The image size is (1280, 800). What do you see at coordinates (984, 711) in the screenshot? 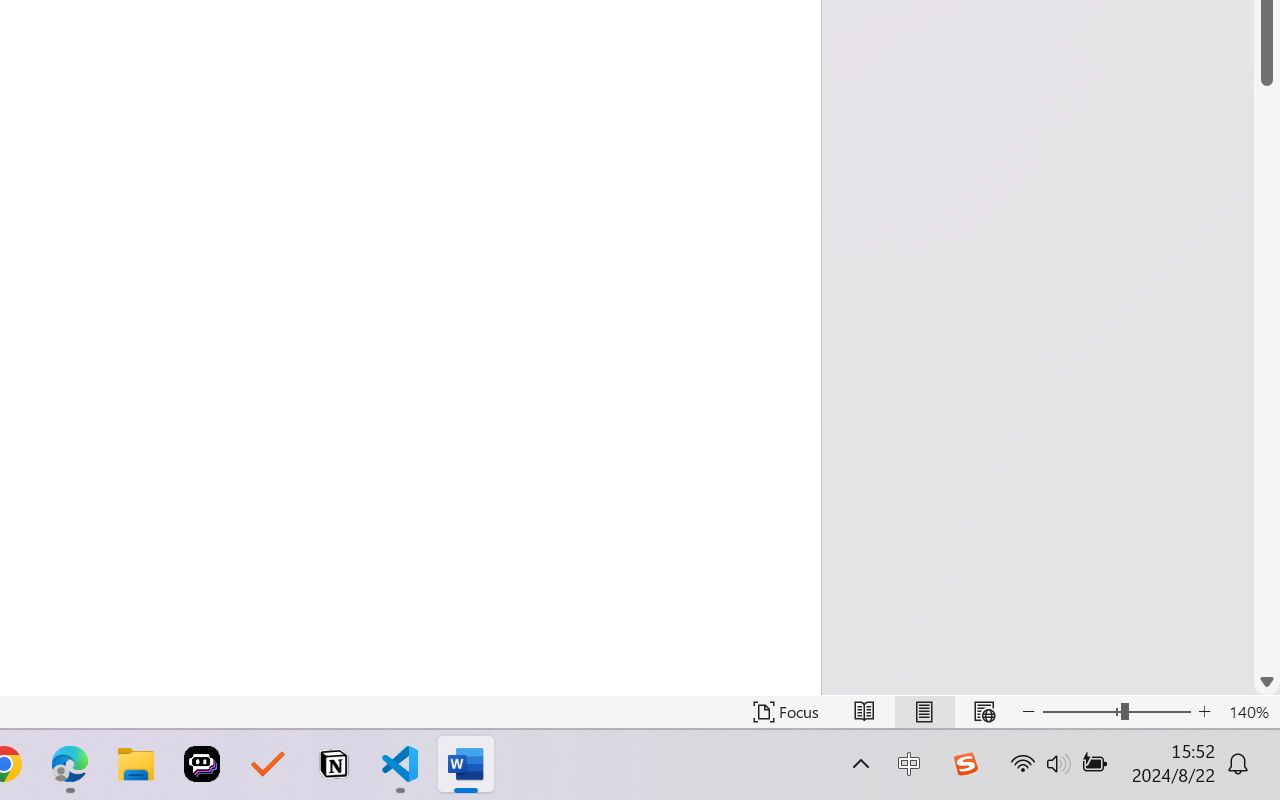
I see `'Web Layout'` at bounding box center [984, 711].